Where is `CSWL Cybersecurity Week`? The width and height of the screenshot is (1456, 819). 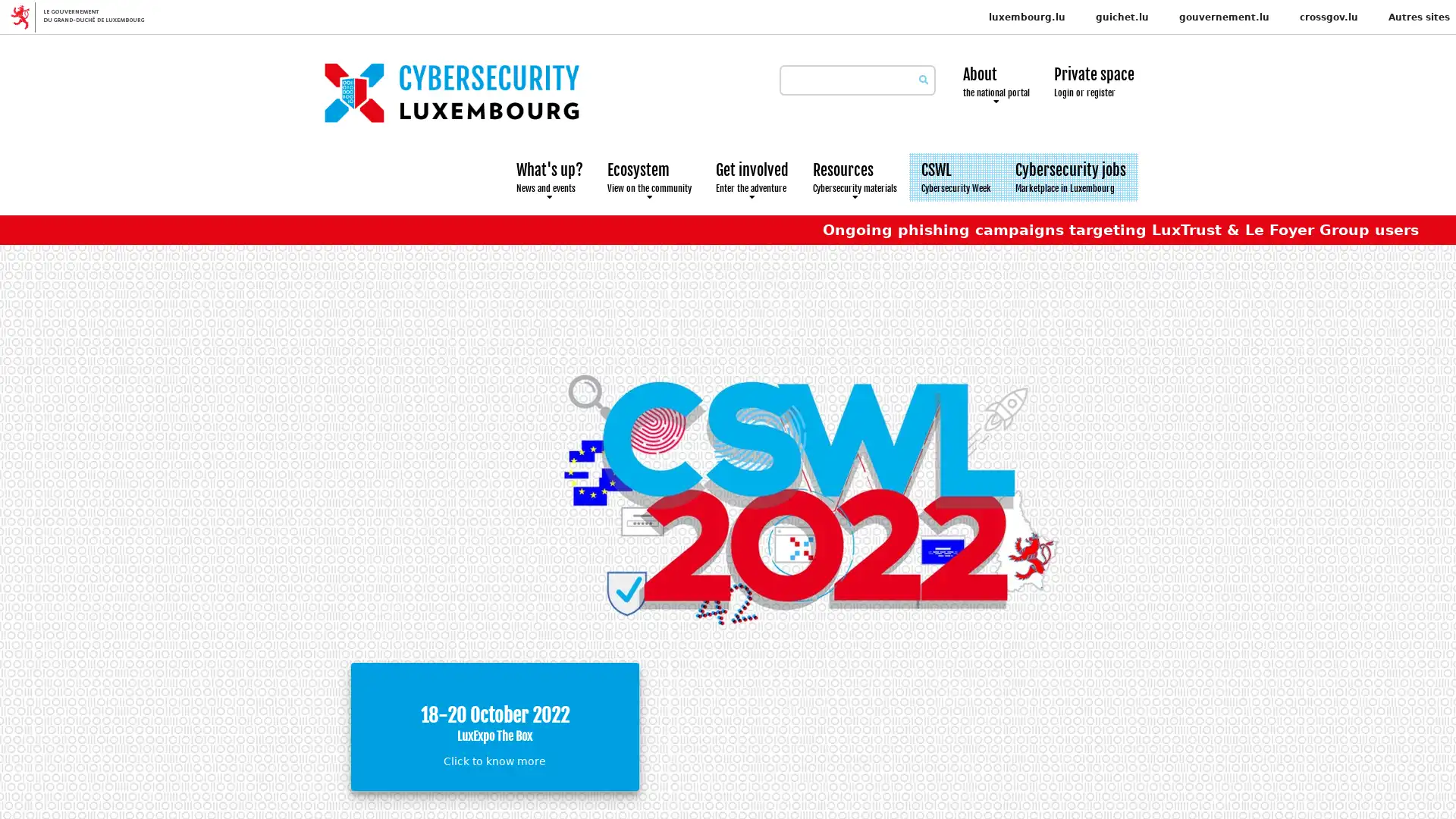
CSWL Cybersecurity Week is located at coordinates (955, 177).